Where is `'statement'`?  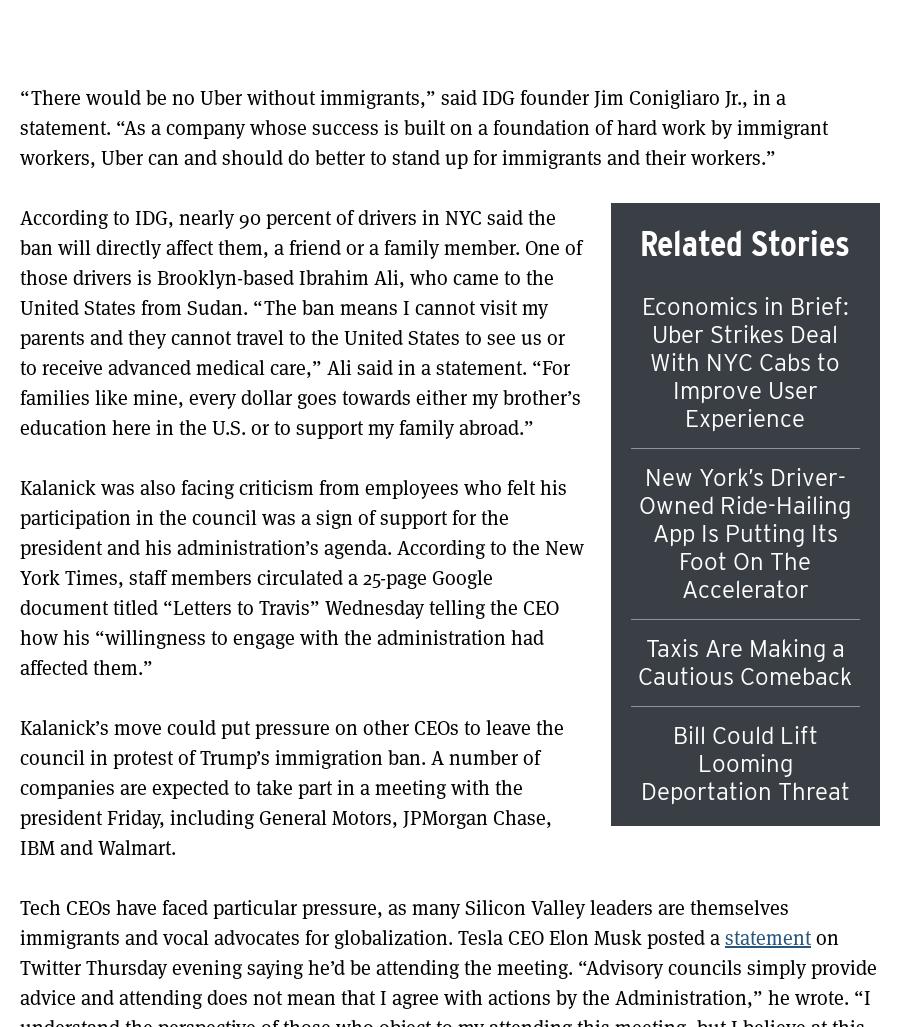
'statement' is located at coordinates (766, 937).